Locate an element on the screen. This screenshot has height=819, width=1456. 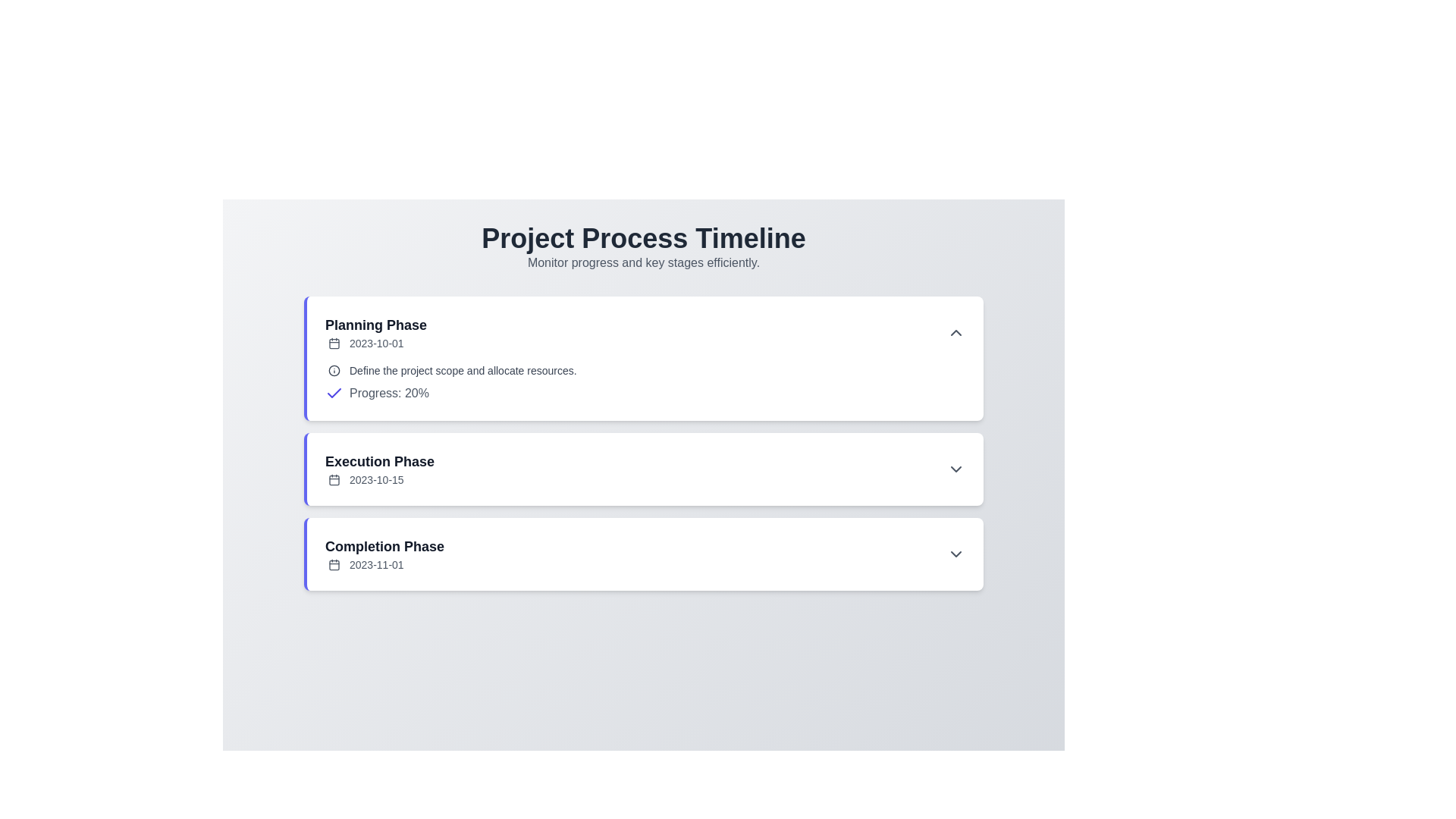
the descriptive subtitle located beneath the heading 'Project Process Timeline' is located at coordinates (644, 262).